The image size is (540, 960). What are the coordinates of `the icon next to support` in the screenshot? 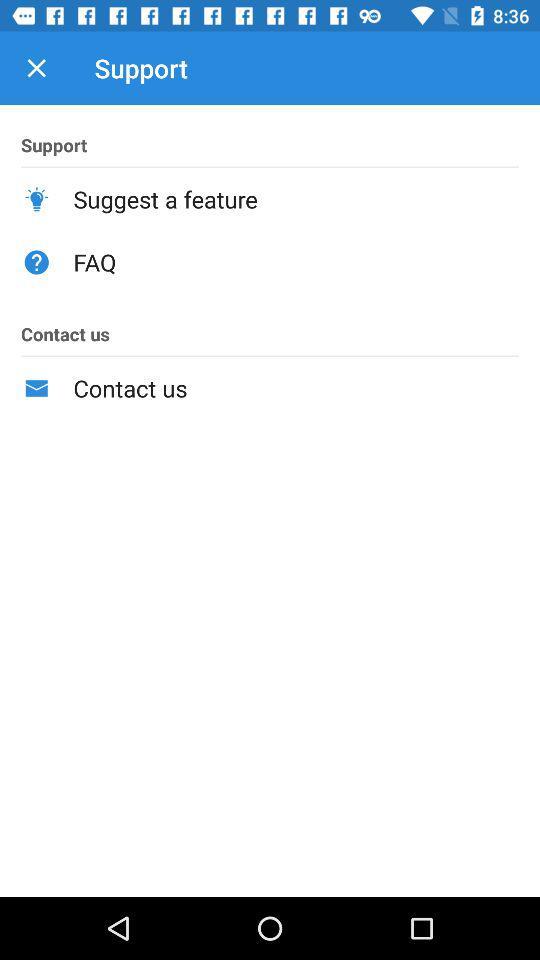 It's located at (36, 68).